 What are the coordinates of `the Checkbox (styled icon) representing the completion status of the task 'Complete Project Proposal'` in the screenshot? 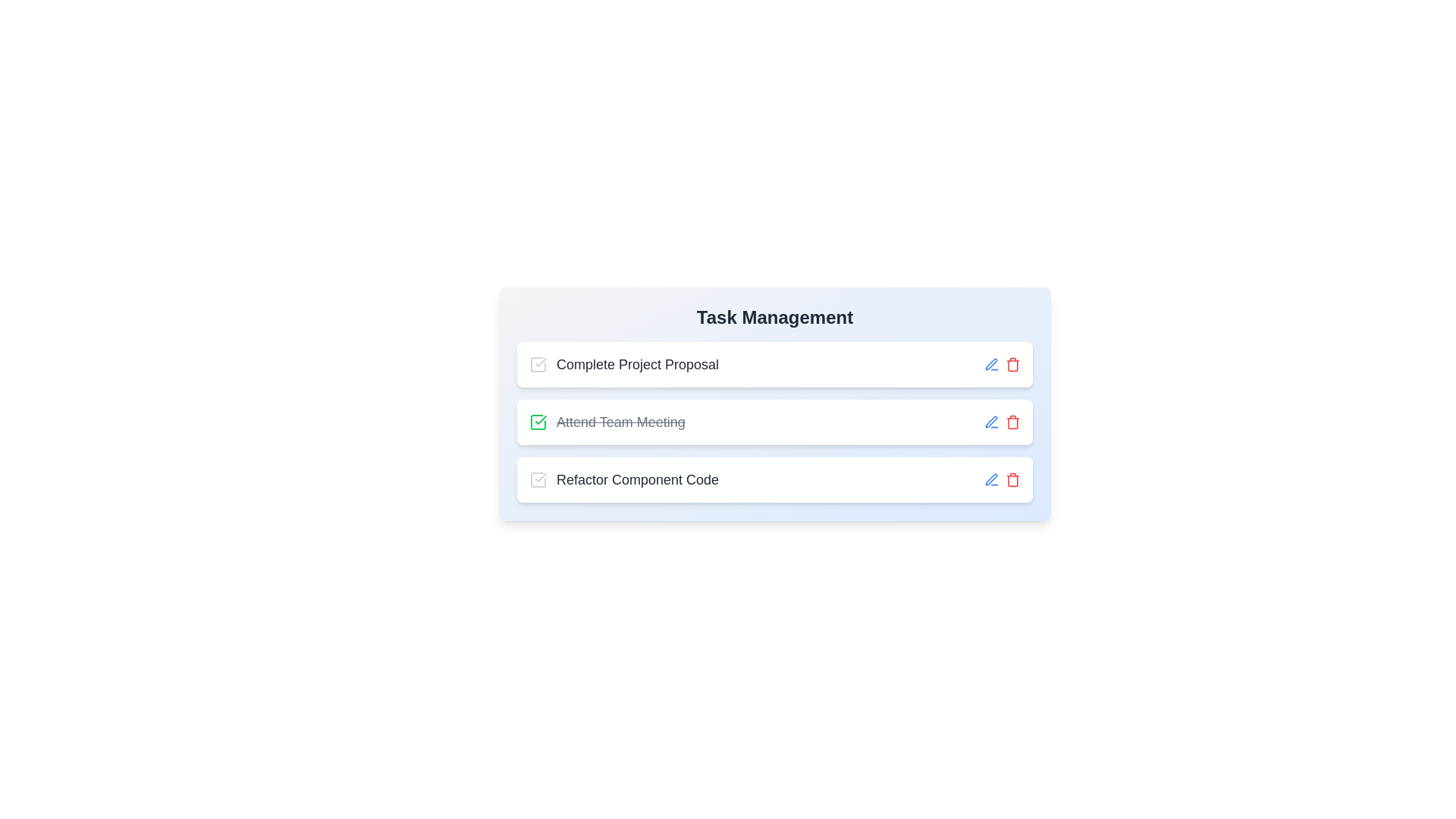 It's located at (538, 365).